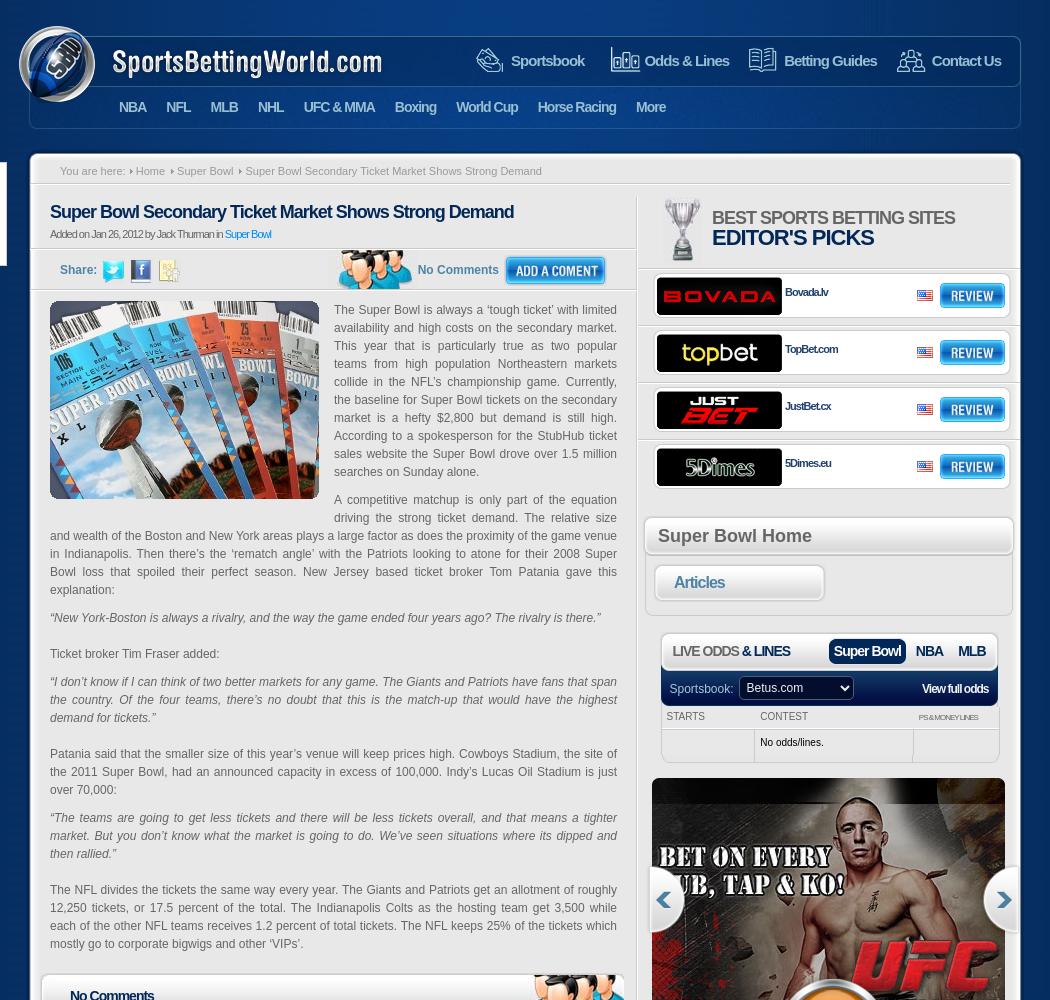 The height and width of the screenshot is (1000, 1050). What do you see at coordinates (133, 654) in the screenshot?
I see `'Ticket broker Tim Fraser added:'` at bounding box center [133, 654].